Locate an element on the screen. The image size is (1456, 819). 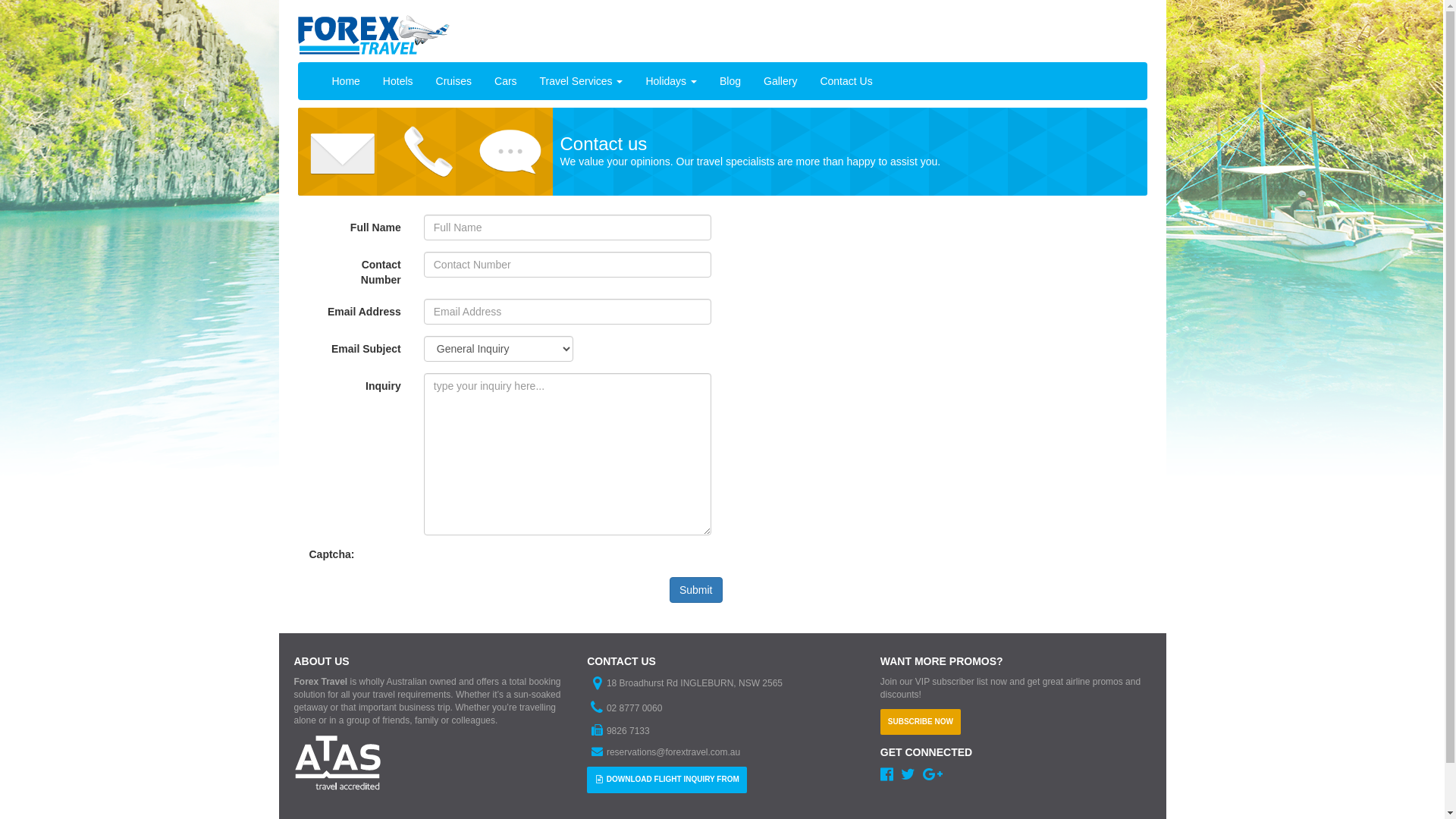
'Travel Services' is located at coordinates (528, 81).